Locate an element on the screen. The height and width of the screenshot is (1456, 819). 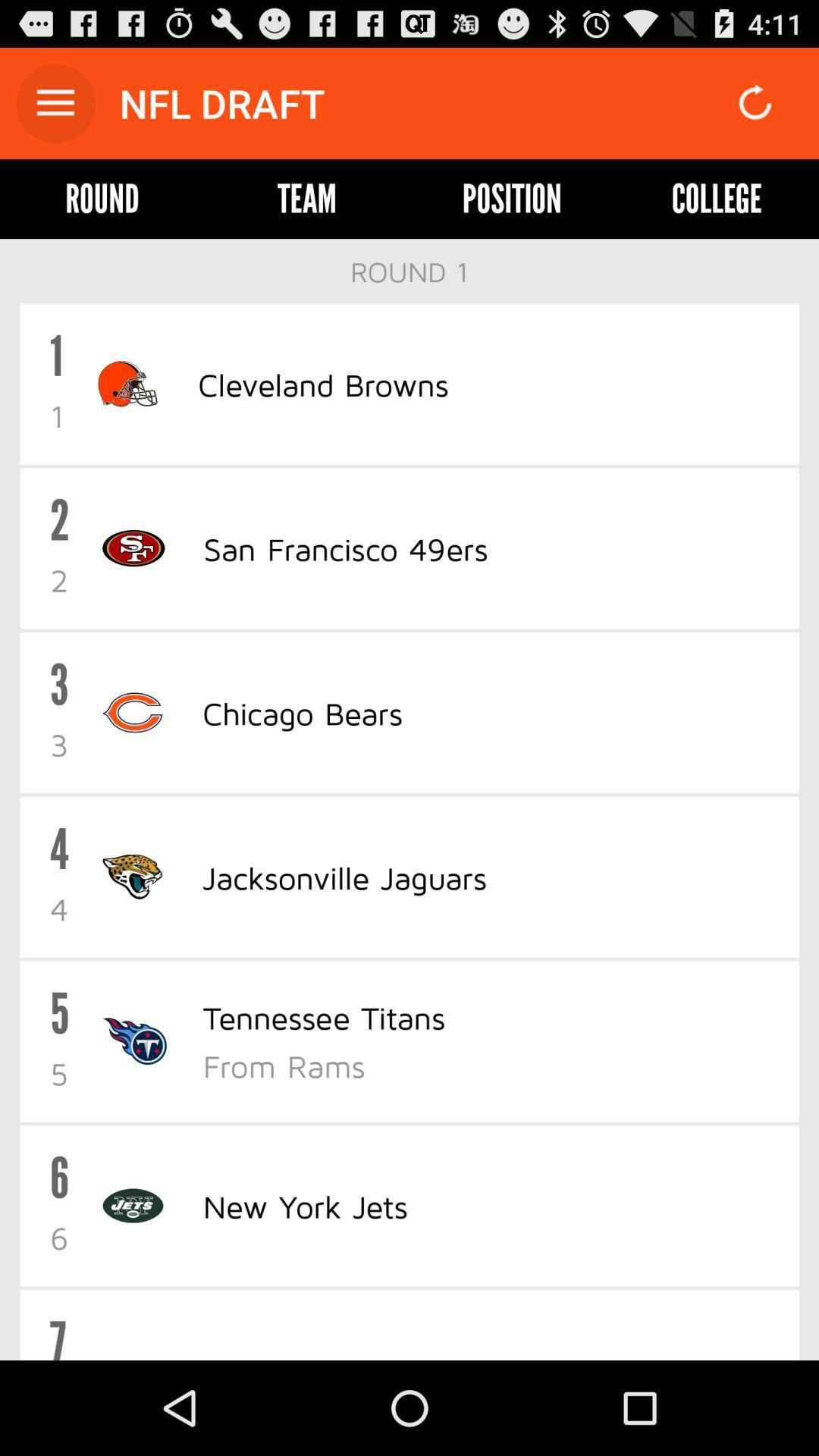
the item above the tennessee titans icon is located at coordinates (344, 877).